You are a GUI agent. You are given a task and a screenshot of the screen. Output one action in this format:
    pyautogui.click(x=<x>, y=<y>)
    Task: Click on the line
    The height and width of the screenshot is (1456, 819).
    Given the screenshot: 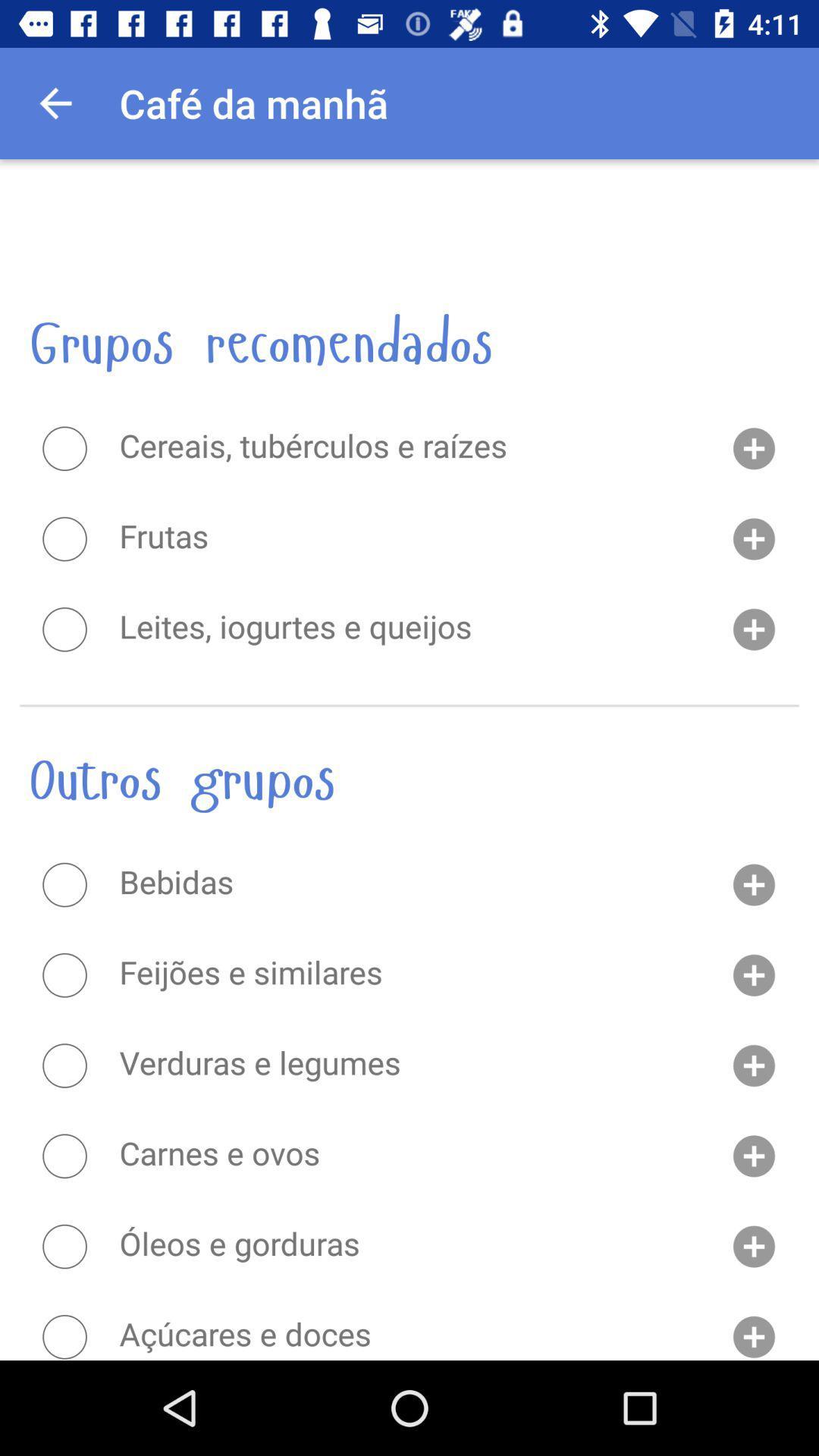 What is the action you would take?
    pyautogui.click(x=64, y=975)
    